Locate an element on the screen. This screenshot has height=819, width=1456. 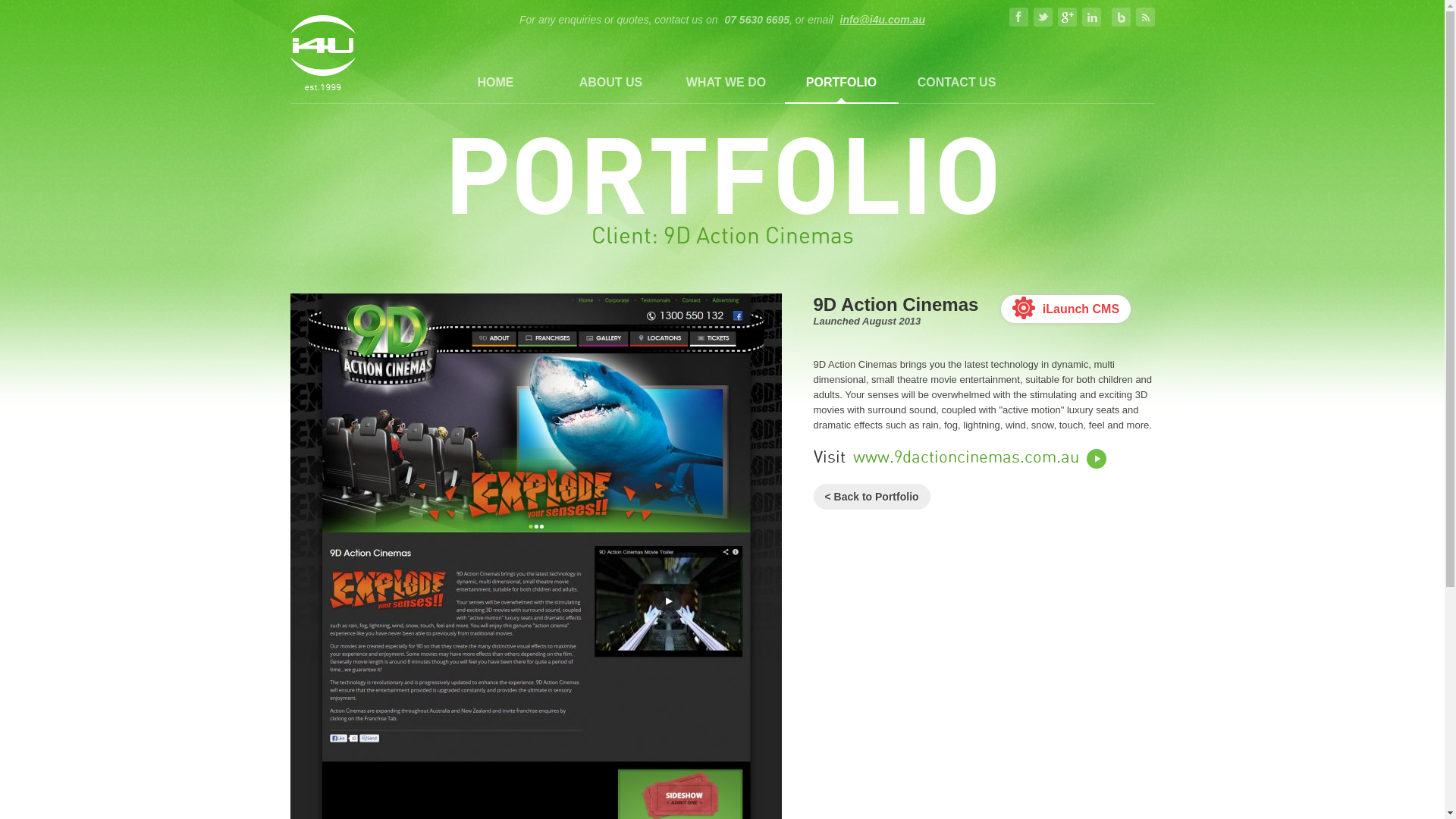
'info@i4u.com.au' is located at coordinates (880, 20).